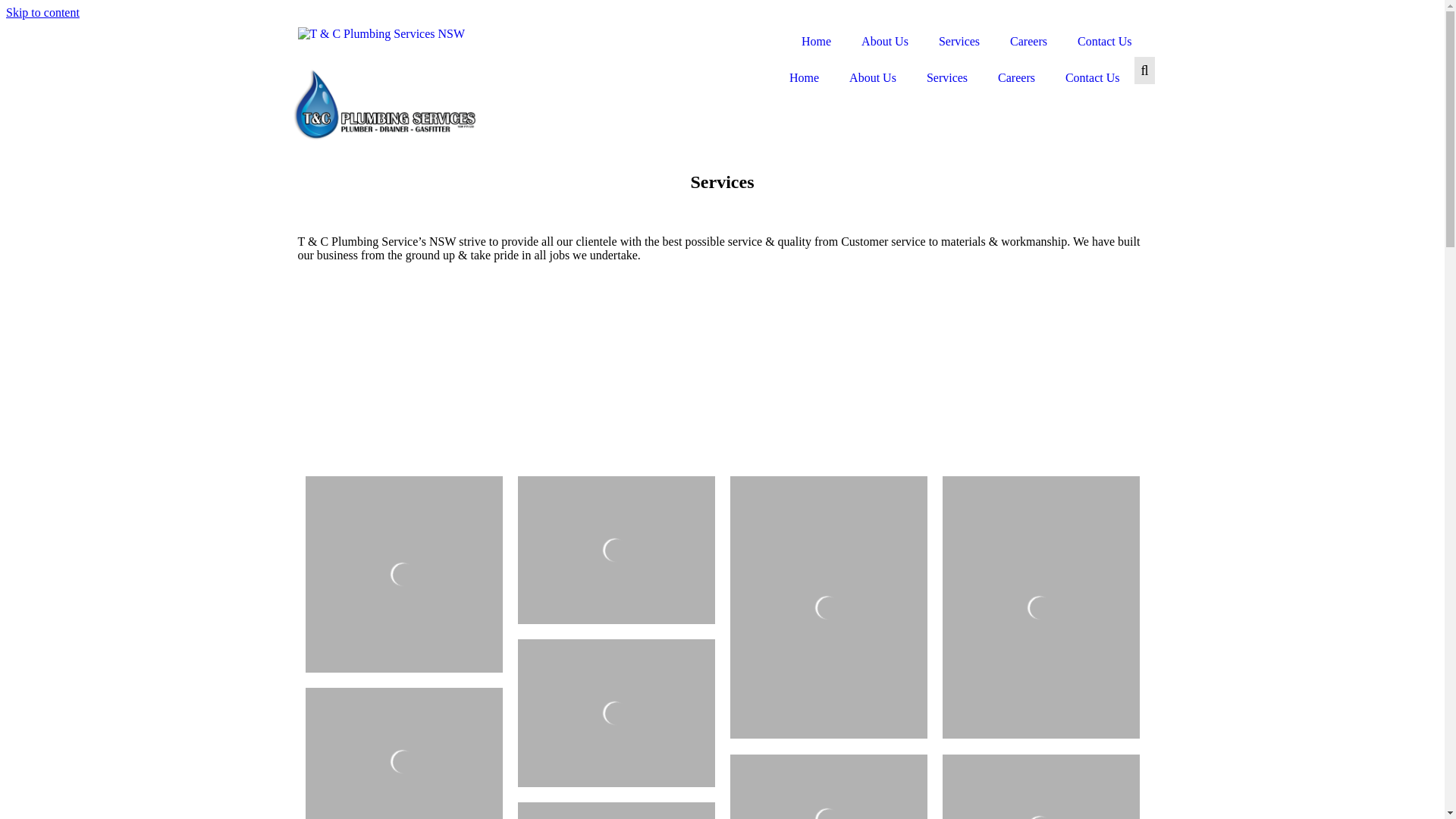 This screenshot has height=819, width=1456. What do you see at coordinates (1050, 78) in the screenshot?
I see `'Contact Us'` at bounding box center [1050, 78].